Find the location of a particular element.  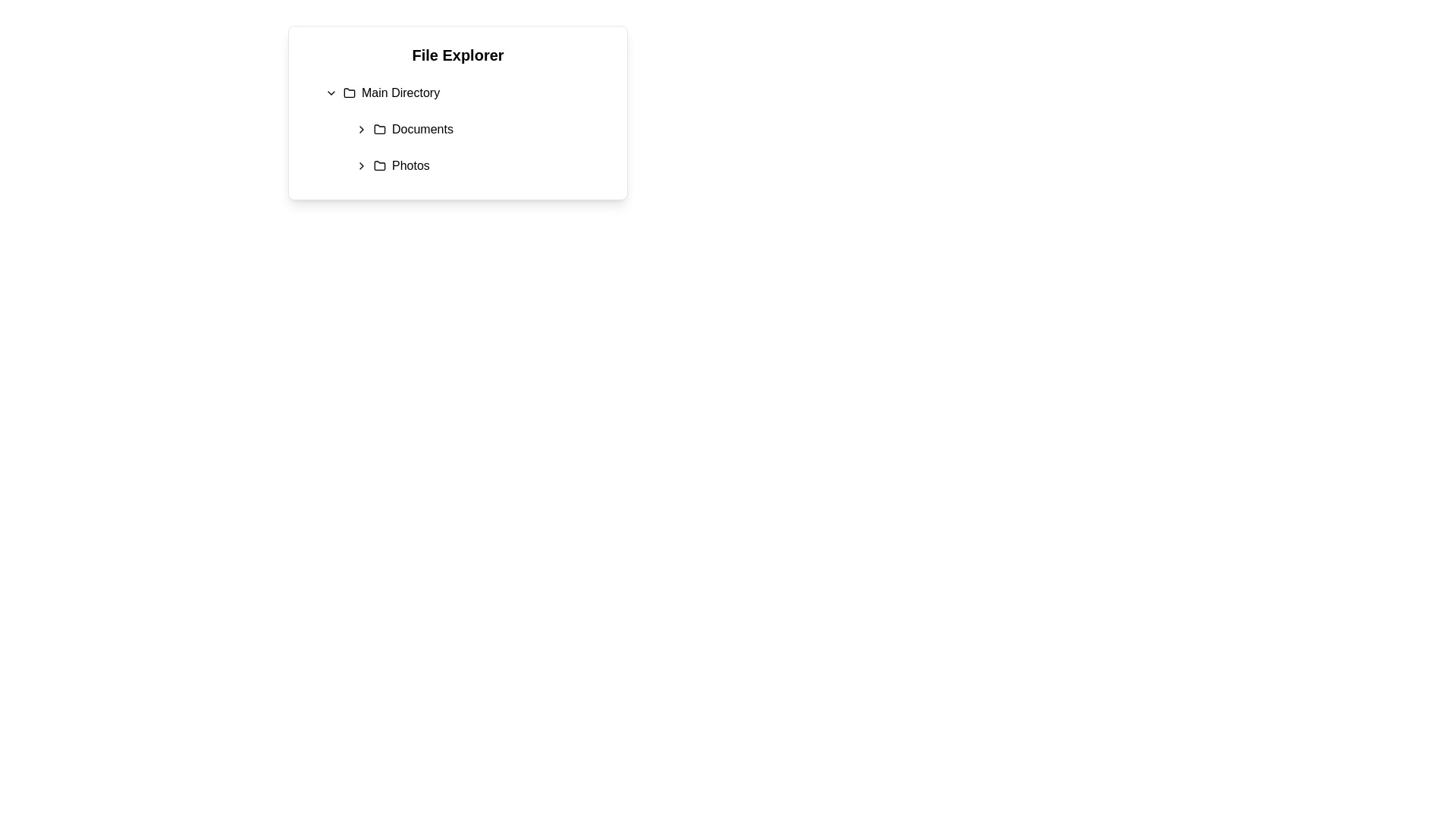

the folder icon representing the 'Main Directory' is located at coordinates (348, 93).